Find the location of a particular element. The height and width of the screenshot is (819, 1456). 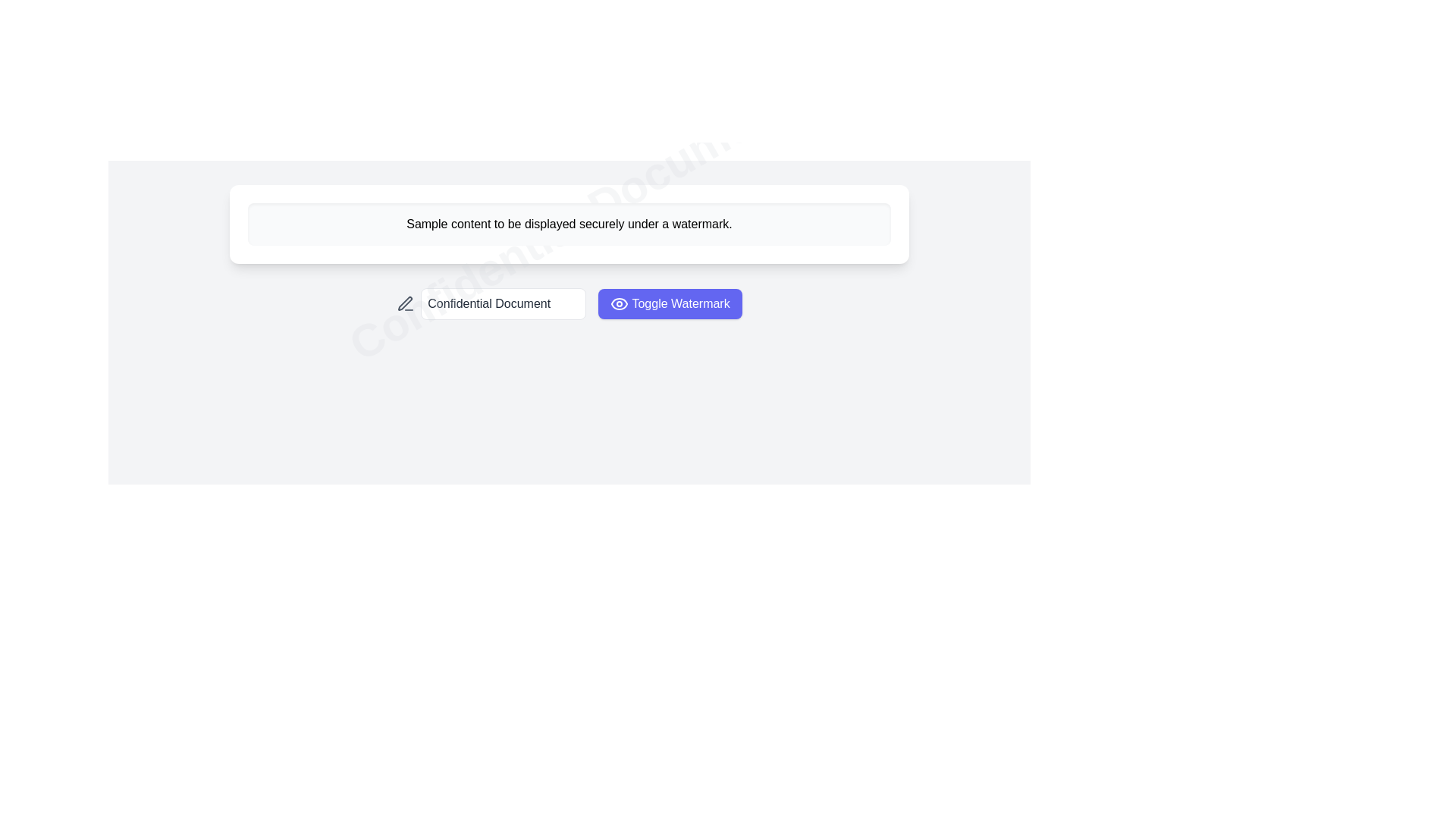

the text label that displays 'Sample content to be displayed securely under a watermark.' which is centered in a light gray box is located at coordinates (568, 224).